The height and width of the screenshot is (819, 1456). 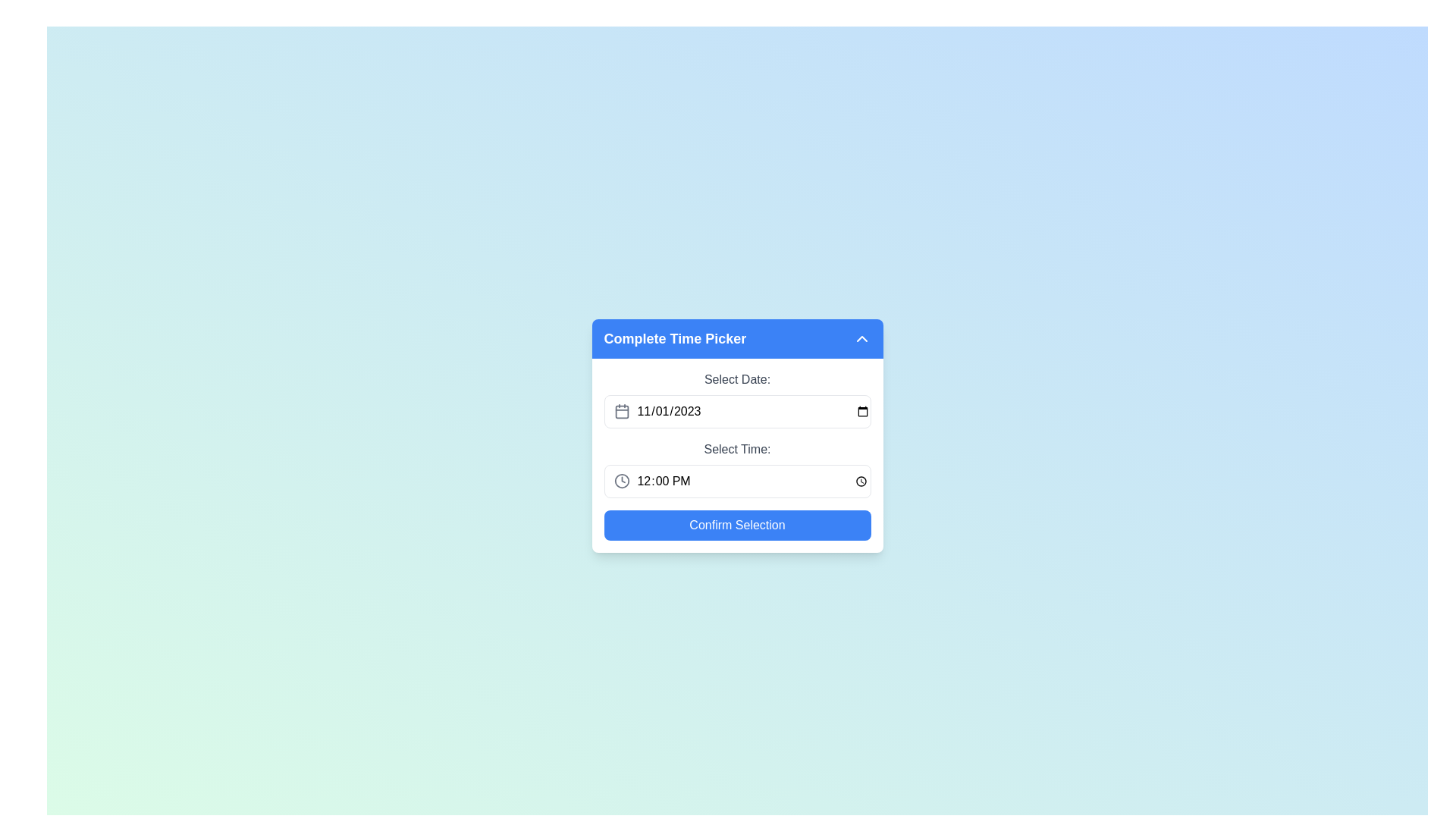 What do you see at coordinates (737, 525) in the screenshot?
I see `the 'Confirm Selection' button which has a blue background and white text, located at the bottom of the form interface, to confirm the selection` at bounding box center [737, 525].